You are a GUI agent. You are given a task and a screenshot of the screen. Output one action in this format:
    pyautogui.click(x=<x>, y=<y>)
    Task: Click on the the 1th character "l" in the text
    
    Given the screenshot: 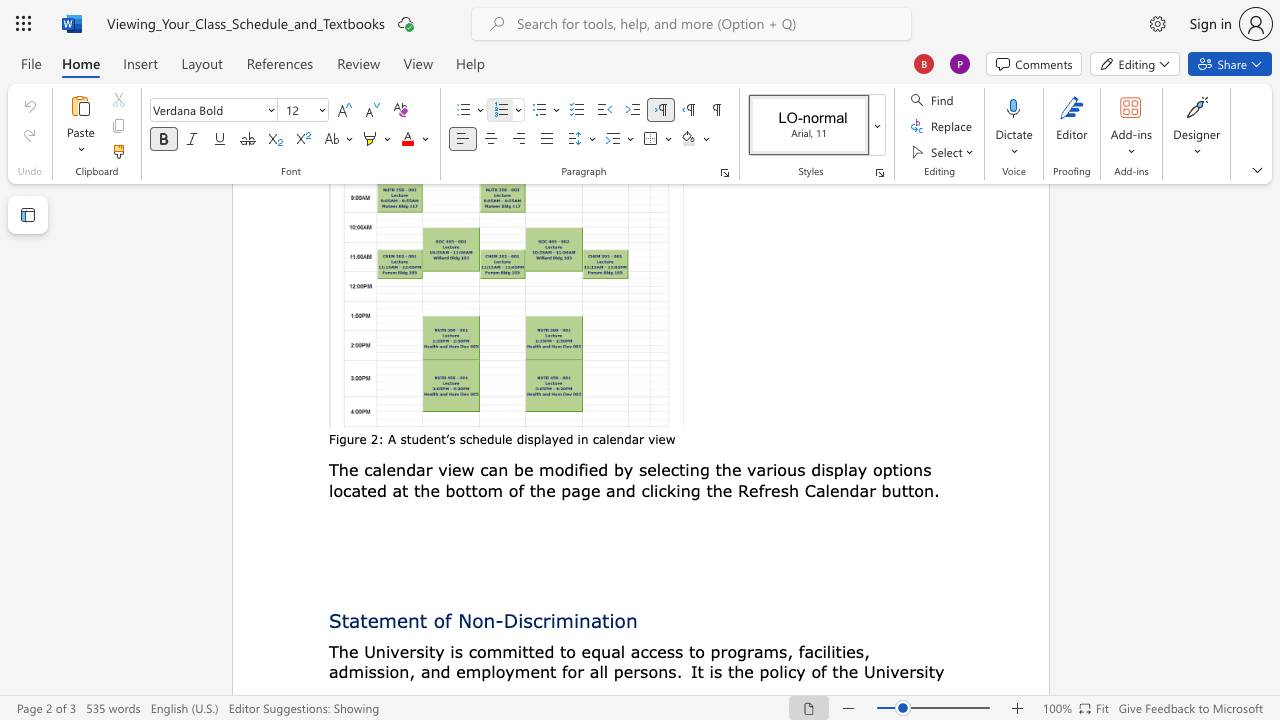 What is the action you would take?
    pyautogui.click(x=384, y=469)
    